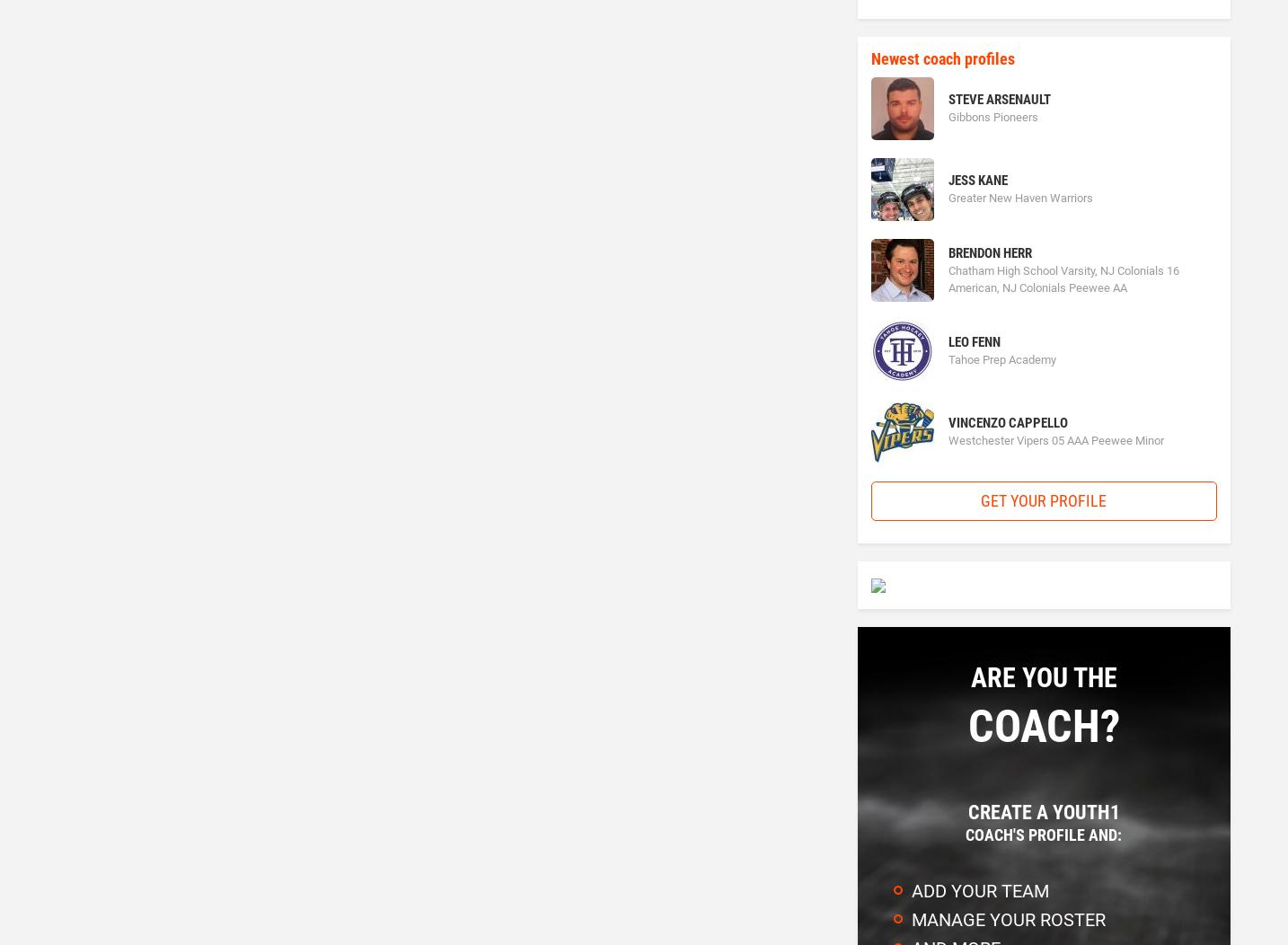 The width and height of the screenshot is (1288, 945). I want to click on 'Manage your roster', so click(1007, 919).